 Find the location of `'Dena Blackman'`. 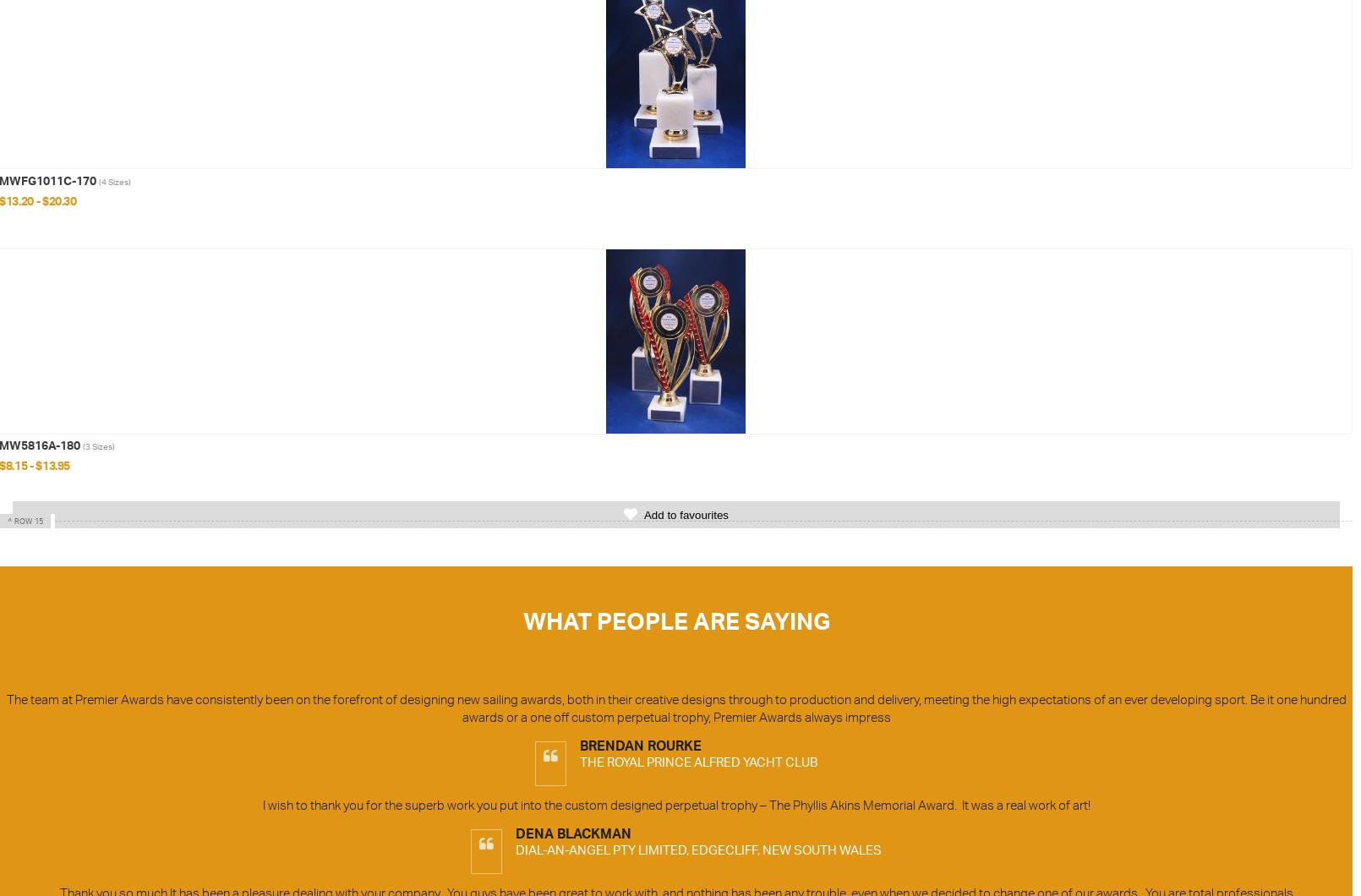

'Dena Blackman' is located at coordinates (572, 834).